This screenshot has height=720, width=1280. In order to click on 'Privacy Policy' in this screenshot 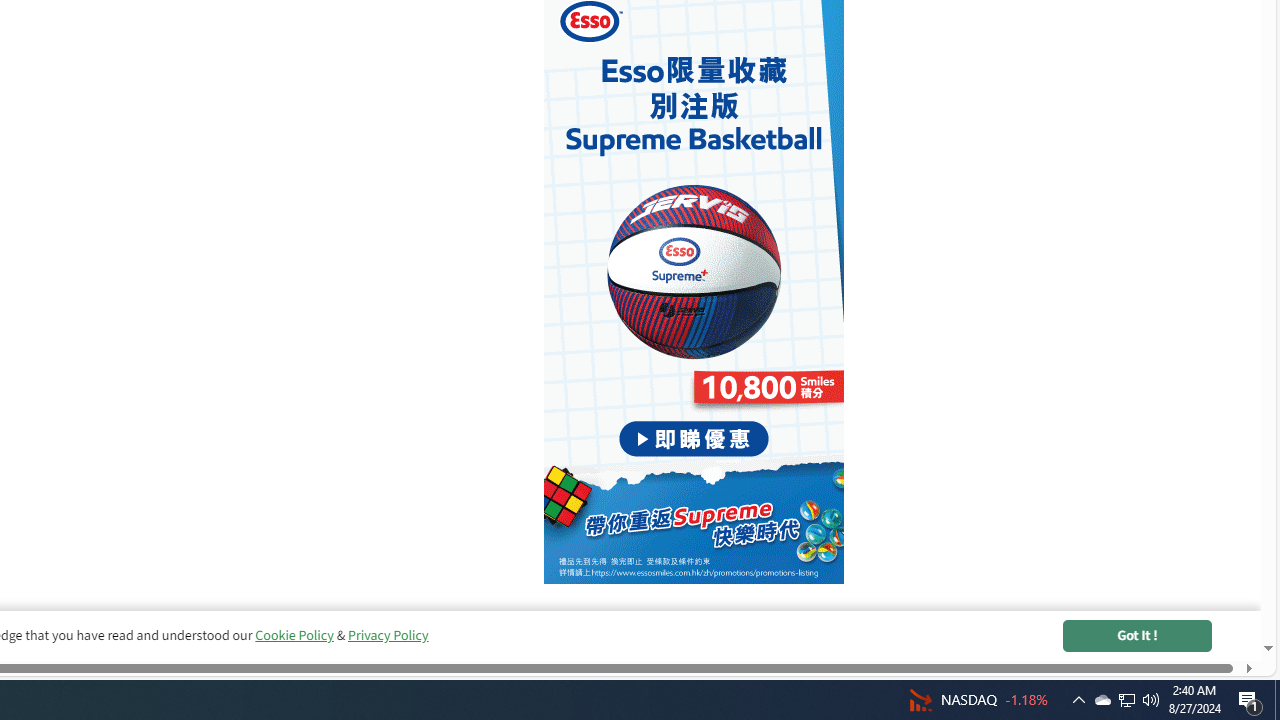, I will do `click(387, 635)`.